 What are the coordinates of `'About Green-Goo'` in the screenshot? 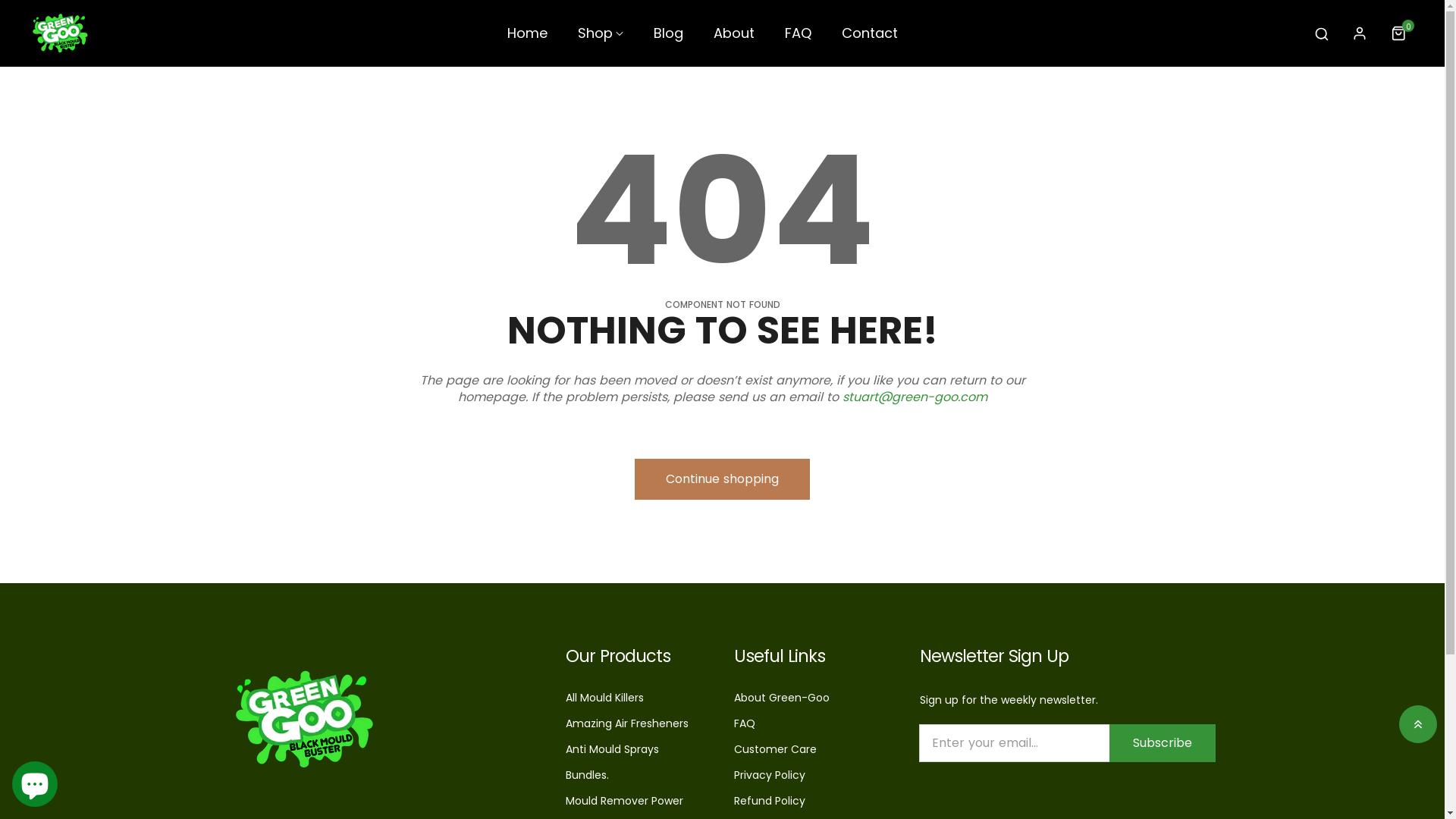 It's located at (782, 698).